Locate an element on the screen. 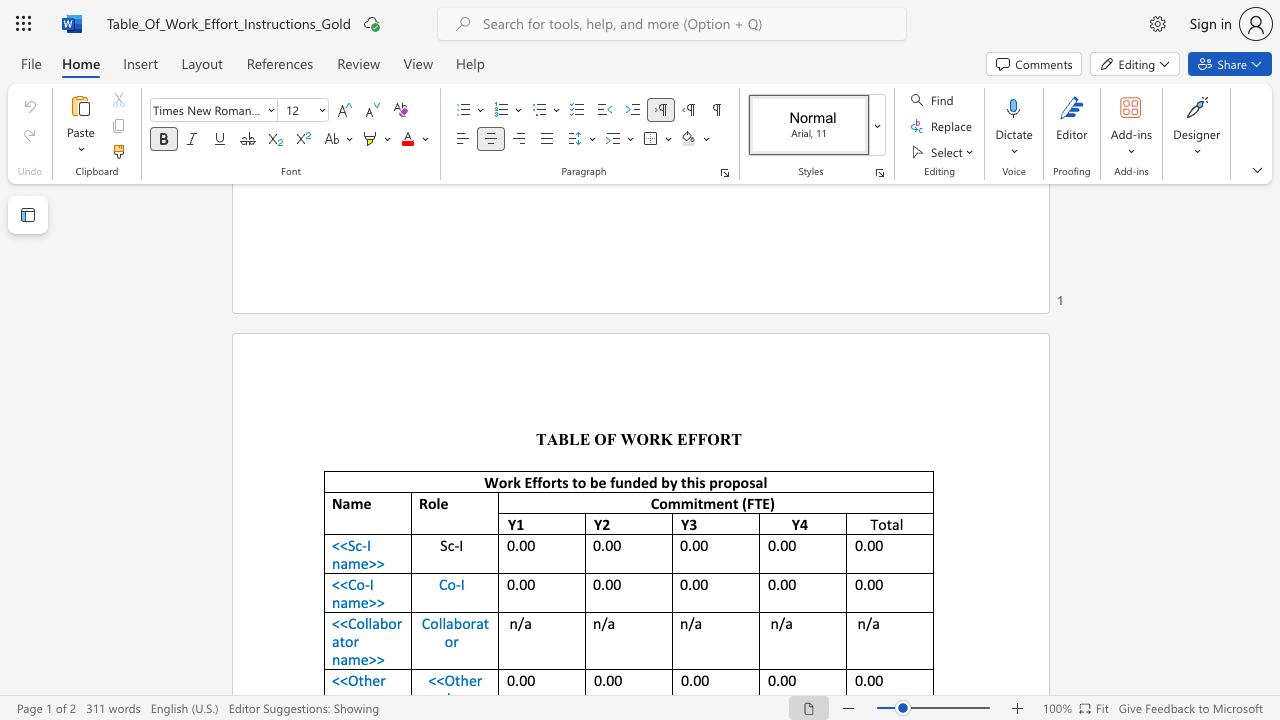 This screenshot has height=720, width=1280. the subset text "nam" within the text "<<Co-I name>>" is located at coordinates (332, 601).